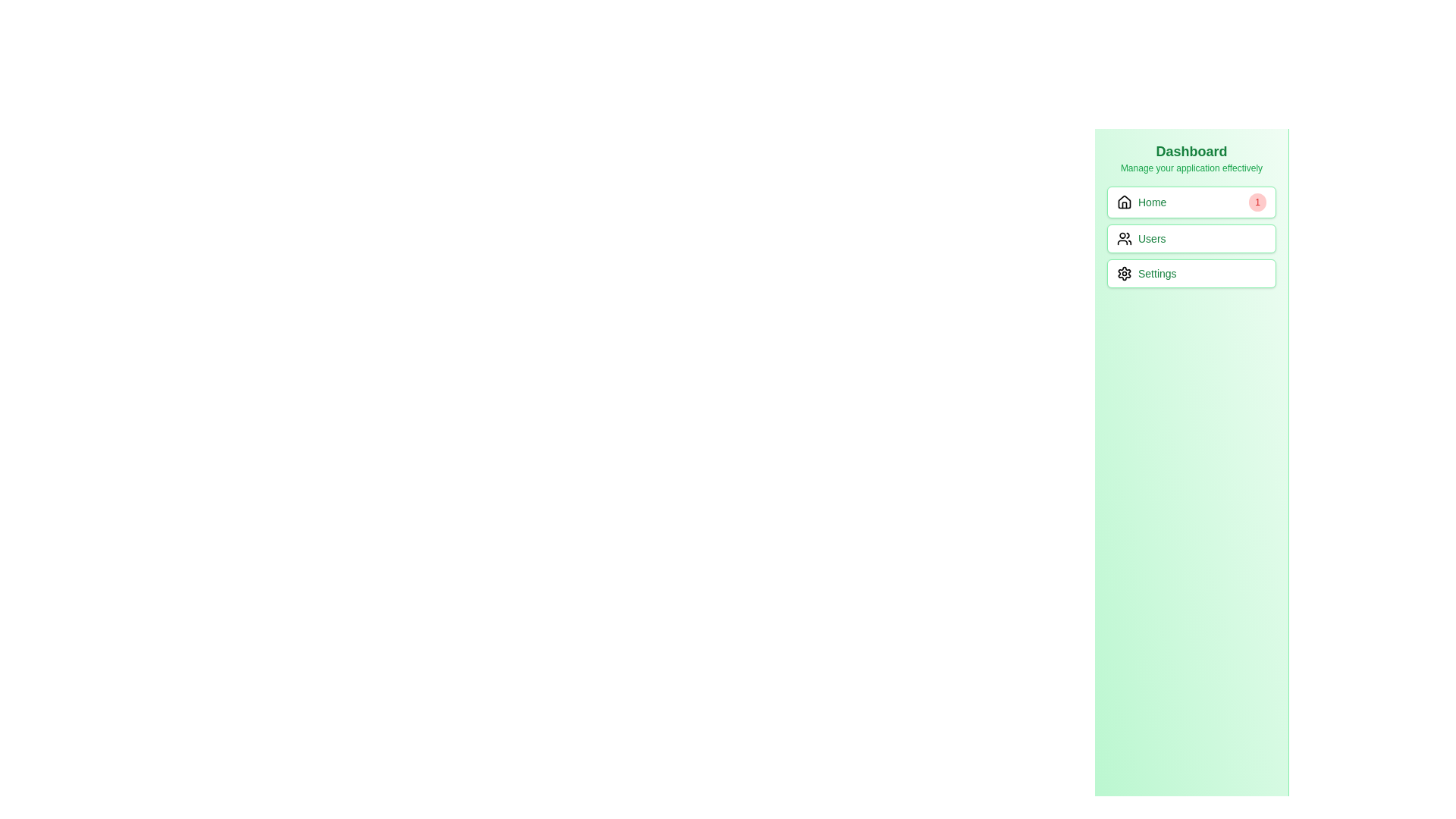 This screenshot has height=819, width=1456. What do you see at coordinates (1152, 201) in the screenshot?
I see `text label displaying 'Home' in a green font, which is bold and located to the right of a house icon in the navigation menu` at bounding box center [1152, 201].